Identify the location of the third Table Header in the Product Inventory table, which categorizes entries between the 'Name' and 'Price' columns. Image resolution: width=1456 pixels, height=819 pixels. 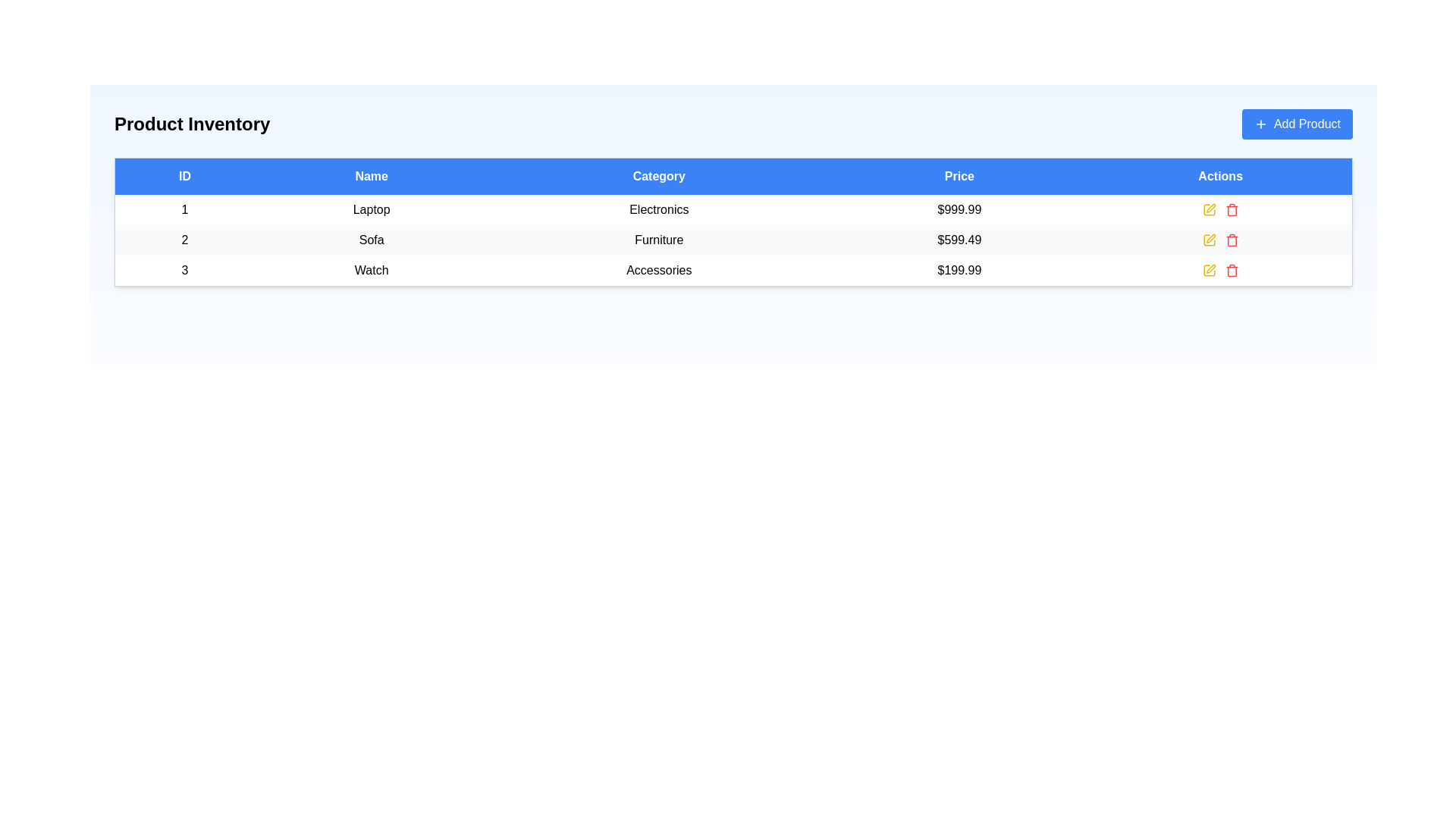
(659, 175).